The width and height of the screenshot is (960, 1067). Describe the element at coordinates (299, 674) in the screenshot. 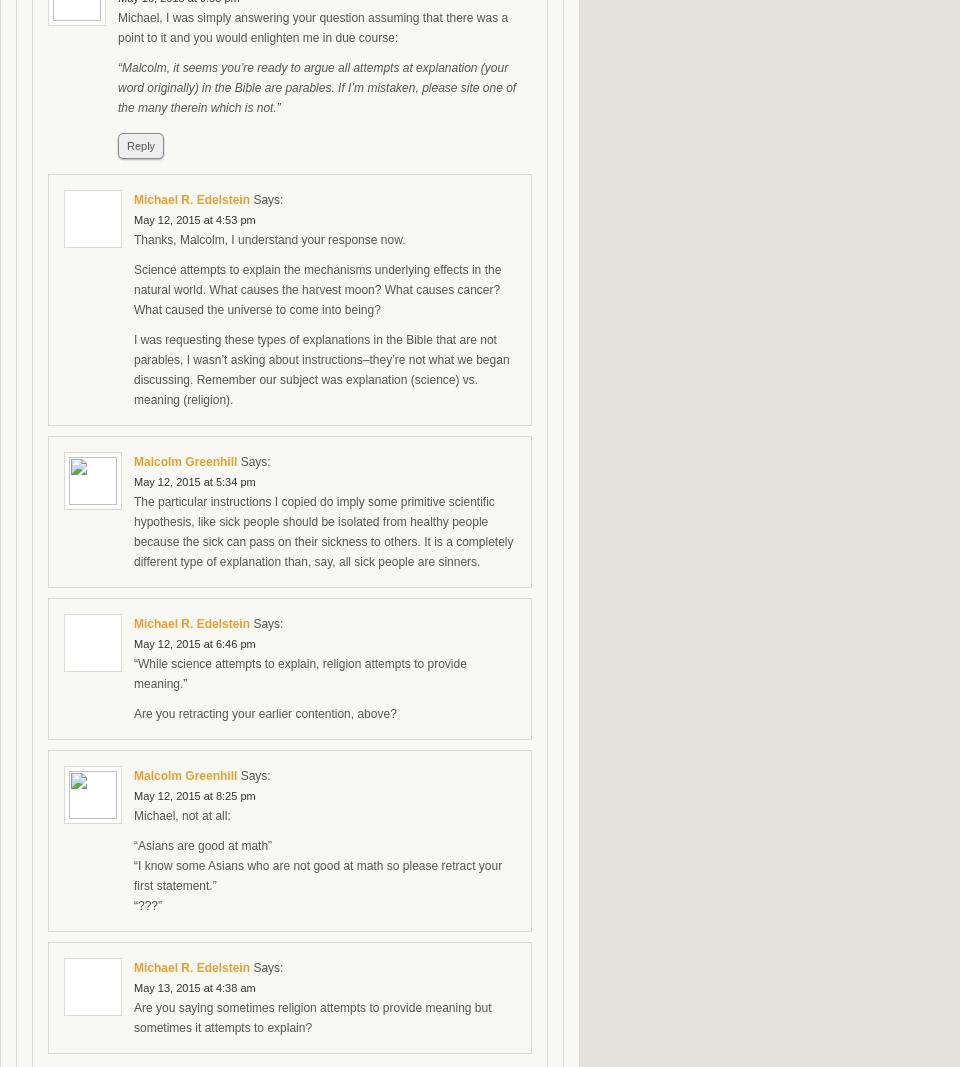

I see `'“While science attempts to explain, religion attempts to provide meaning.”'` at that location.